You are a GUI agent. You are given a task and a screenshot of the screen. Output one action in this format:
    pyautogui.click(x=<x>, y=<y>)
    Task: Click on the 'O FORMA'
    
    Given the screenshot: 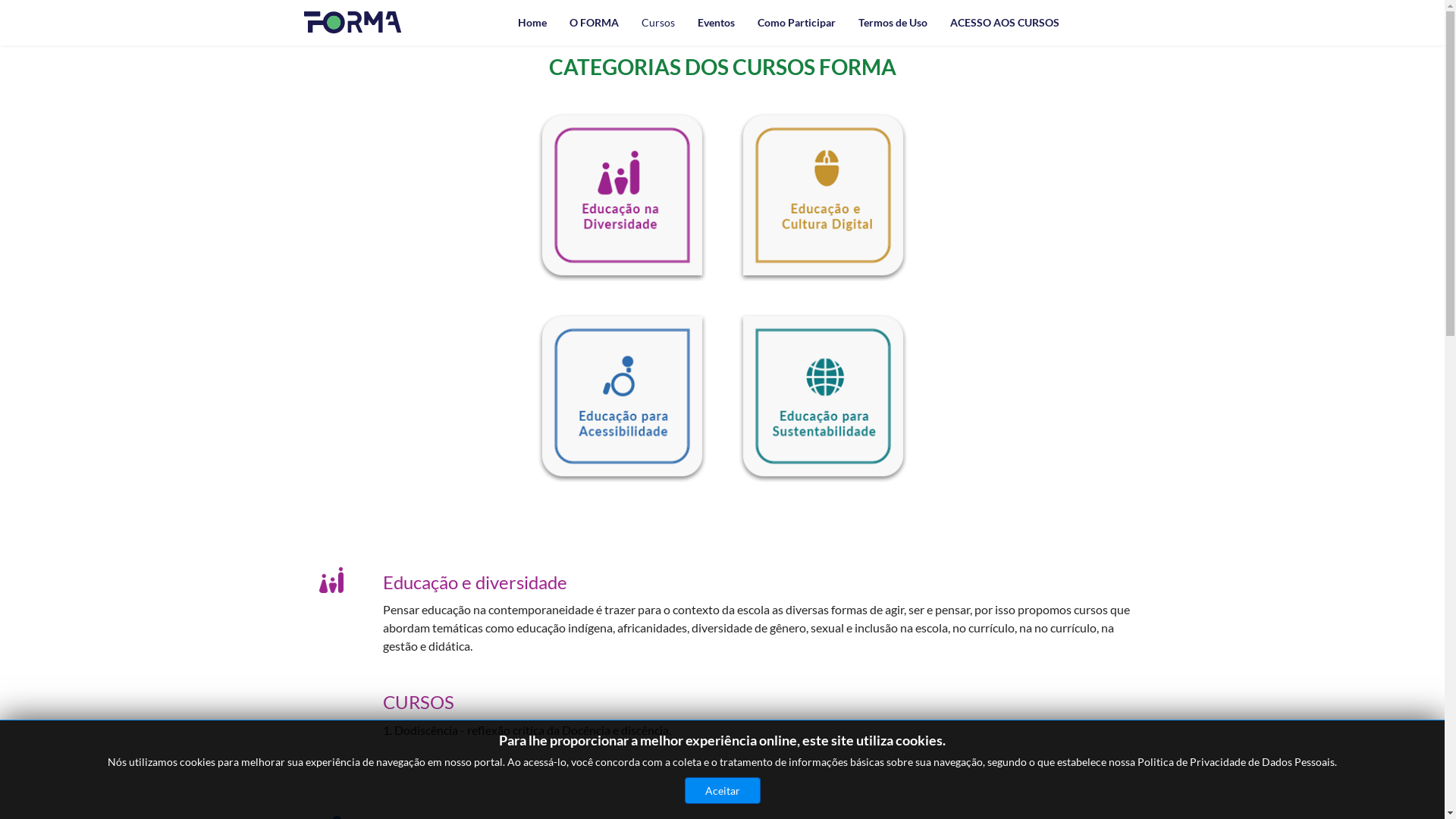 What is the action you would take?
    pyautogui.click(x=593, y=23)
    